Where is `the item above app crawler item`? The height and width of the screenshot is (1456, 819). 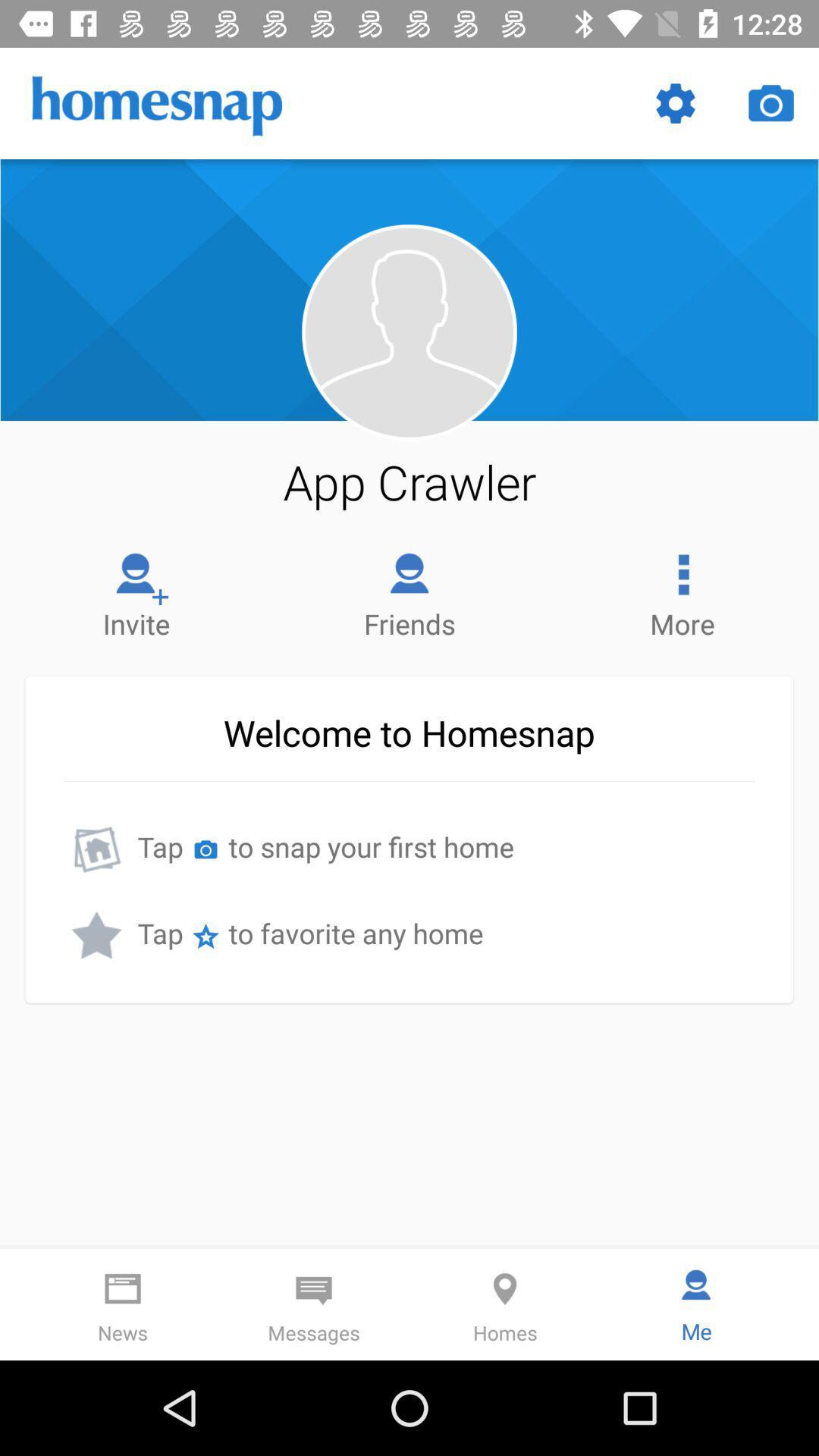 the item above app crawler item is located at coordinates (408, 331).